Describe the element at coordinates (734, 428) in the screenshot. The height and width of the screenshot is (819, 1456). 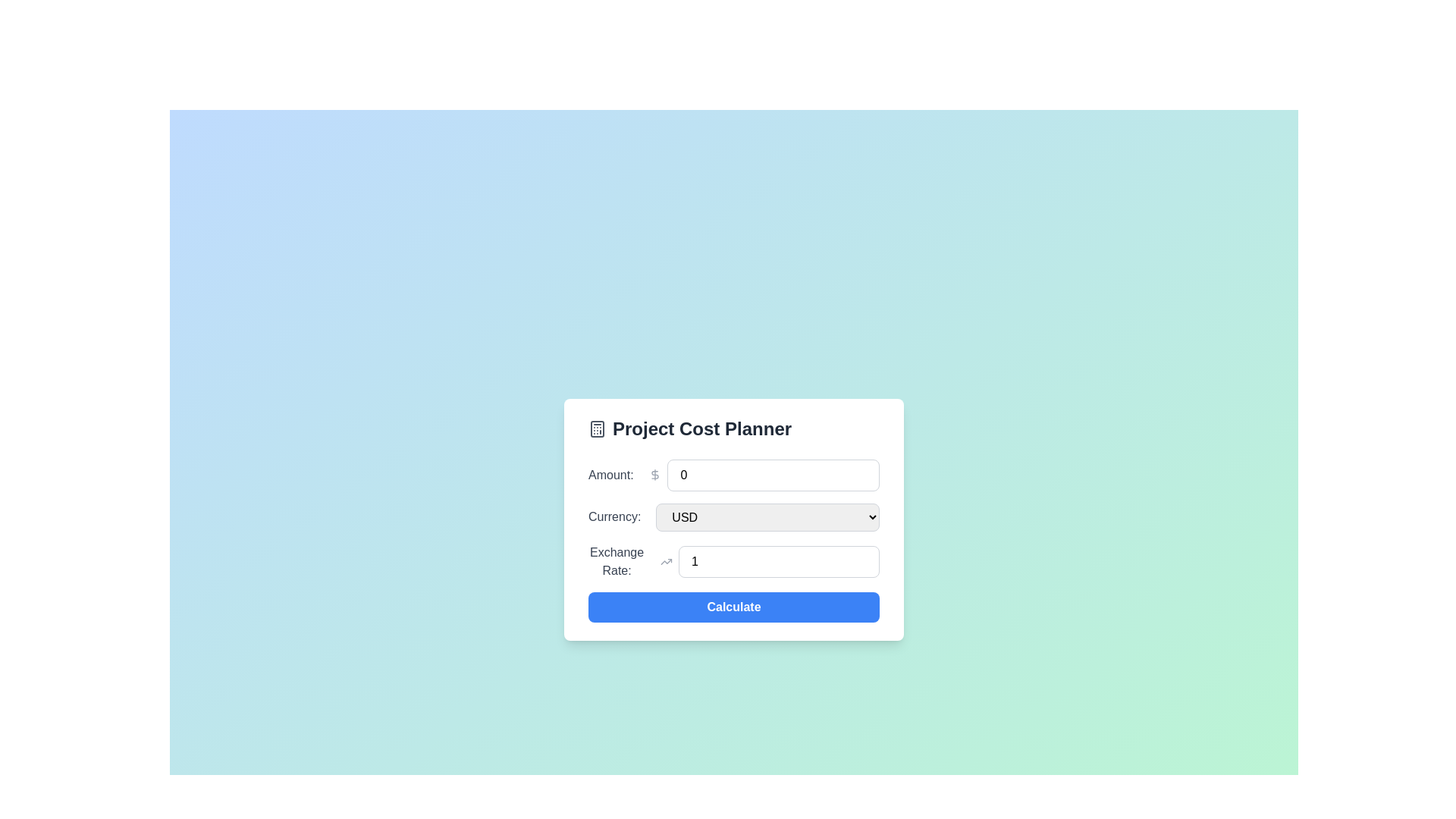
I see `the heading 'Project Cost Planner' which is styled with a bold font and accompanied by a calculator icon, located at the top of the modal window` at that location.